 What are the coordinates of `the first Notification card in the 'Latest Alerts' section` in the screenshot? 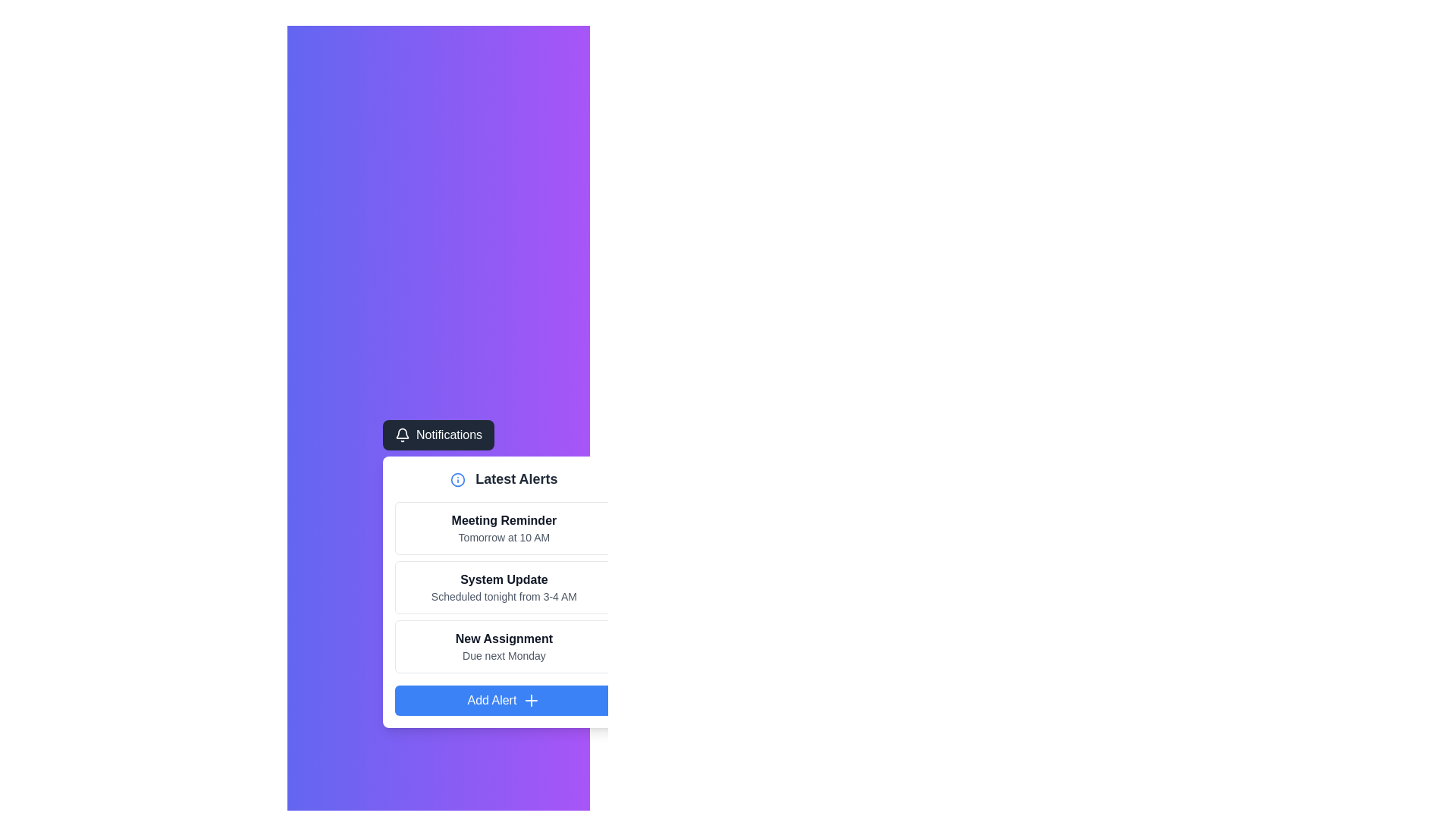 It's located at (504, 528).